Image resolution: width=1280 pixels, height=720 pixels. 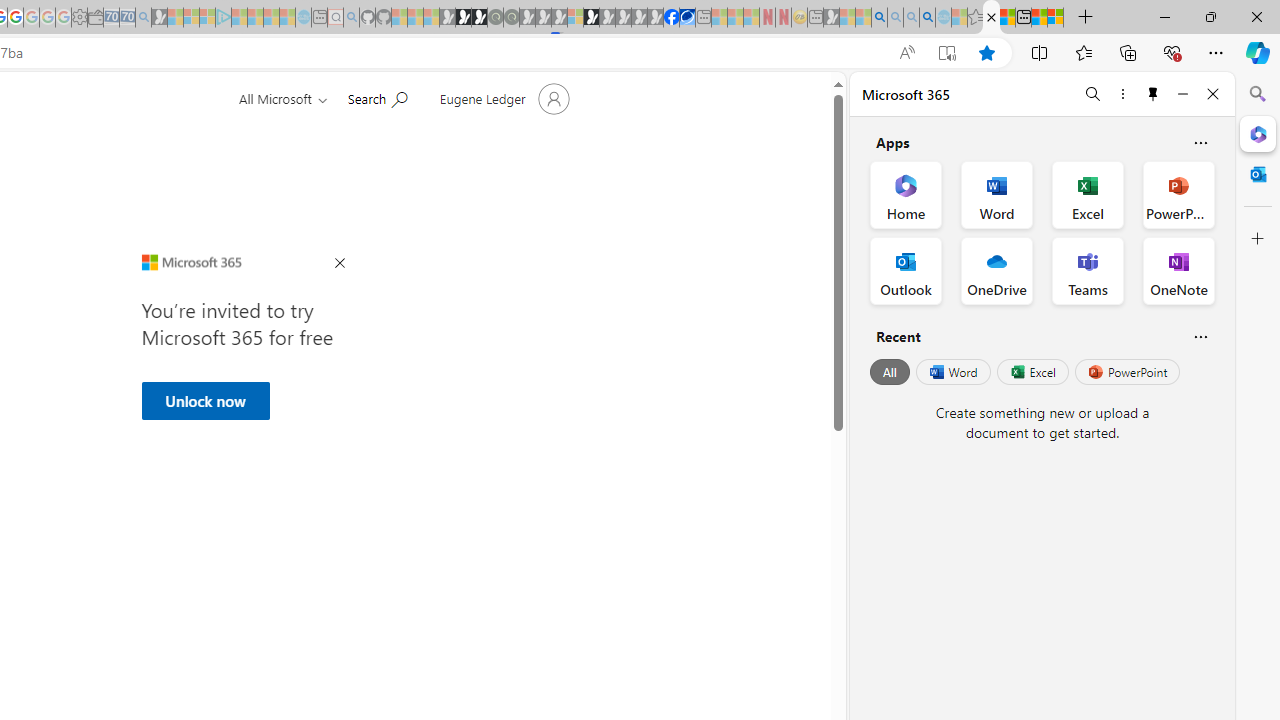 What do you see at coordinates (1178, 195) in the screenshot?
I see `'PowerPoint Office App'` at bounding box center [1178, 195].